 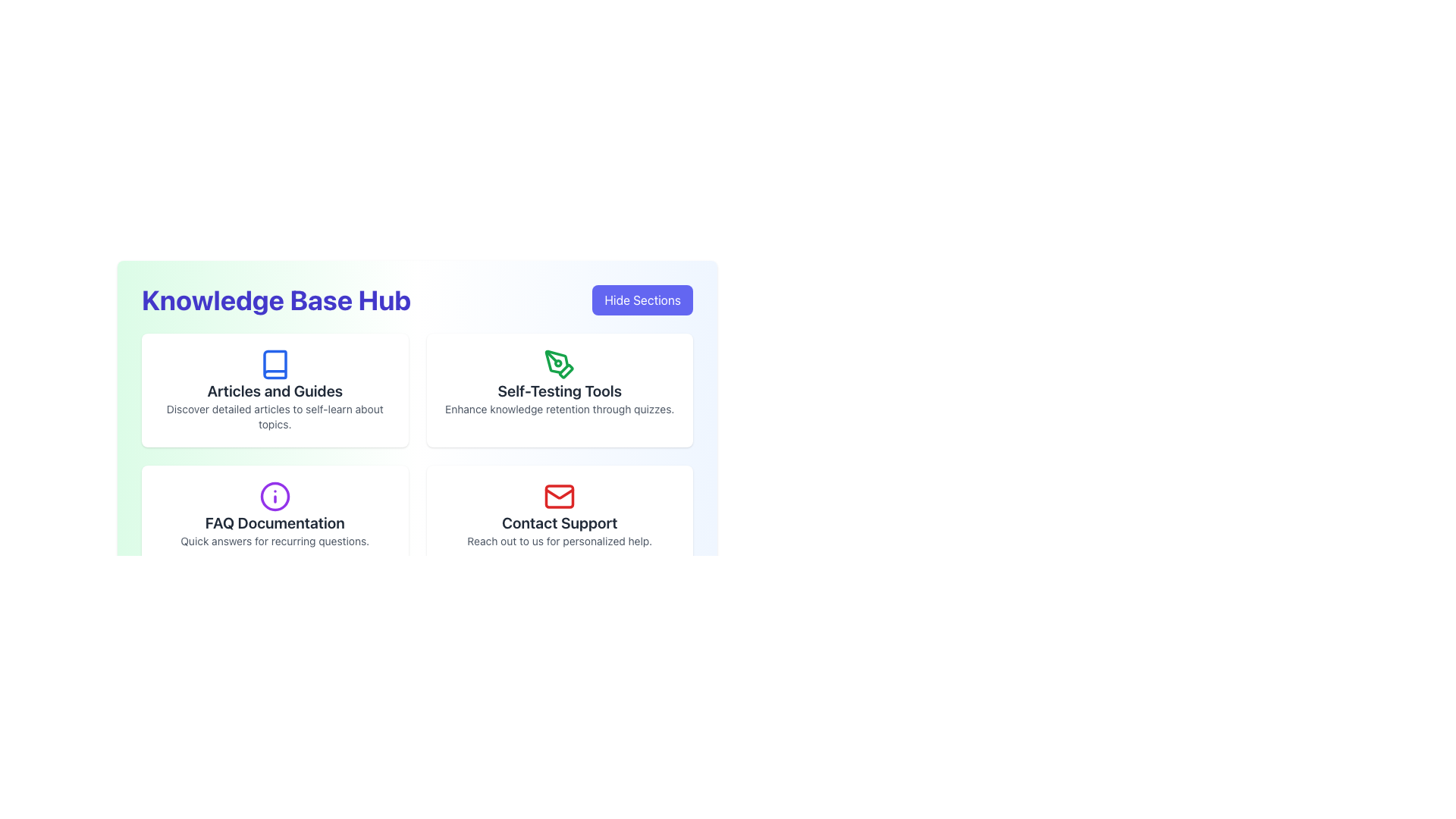 What do you see at coordinates (275, 540) in the screenshot?
I see `the descriptive text element that provides supporting information related to 'FAQ Documentation', located below the title text within the card` at bounding box center [275, 540].